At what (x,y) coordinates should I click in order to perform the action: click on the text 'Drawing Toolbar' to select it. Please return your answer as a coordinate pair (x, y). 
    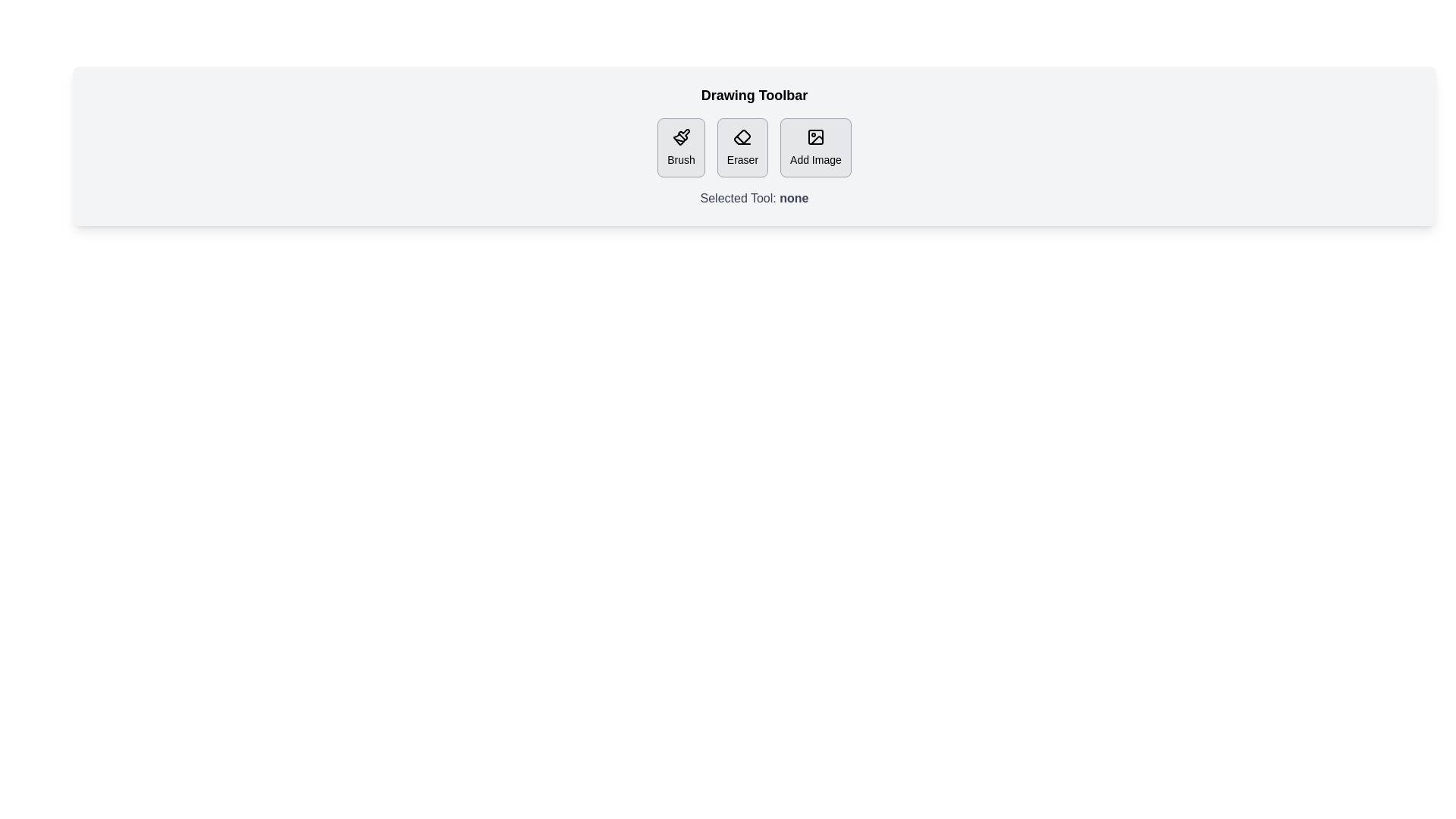
    Looking at the image, I should click on (754, 96).